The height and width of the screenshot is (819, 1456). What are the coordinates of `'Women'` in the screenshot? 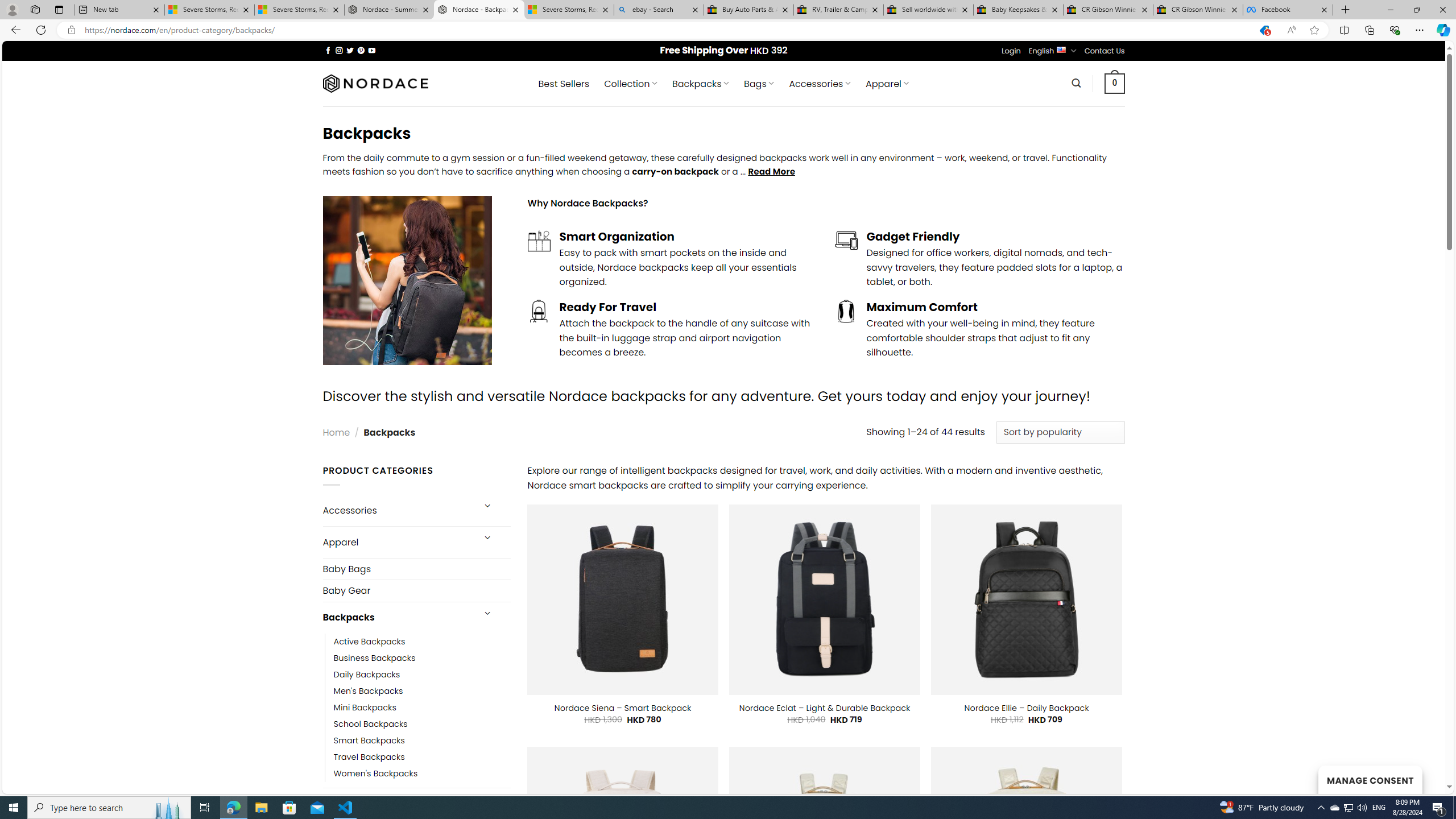 It's located at (375, 773).